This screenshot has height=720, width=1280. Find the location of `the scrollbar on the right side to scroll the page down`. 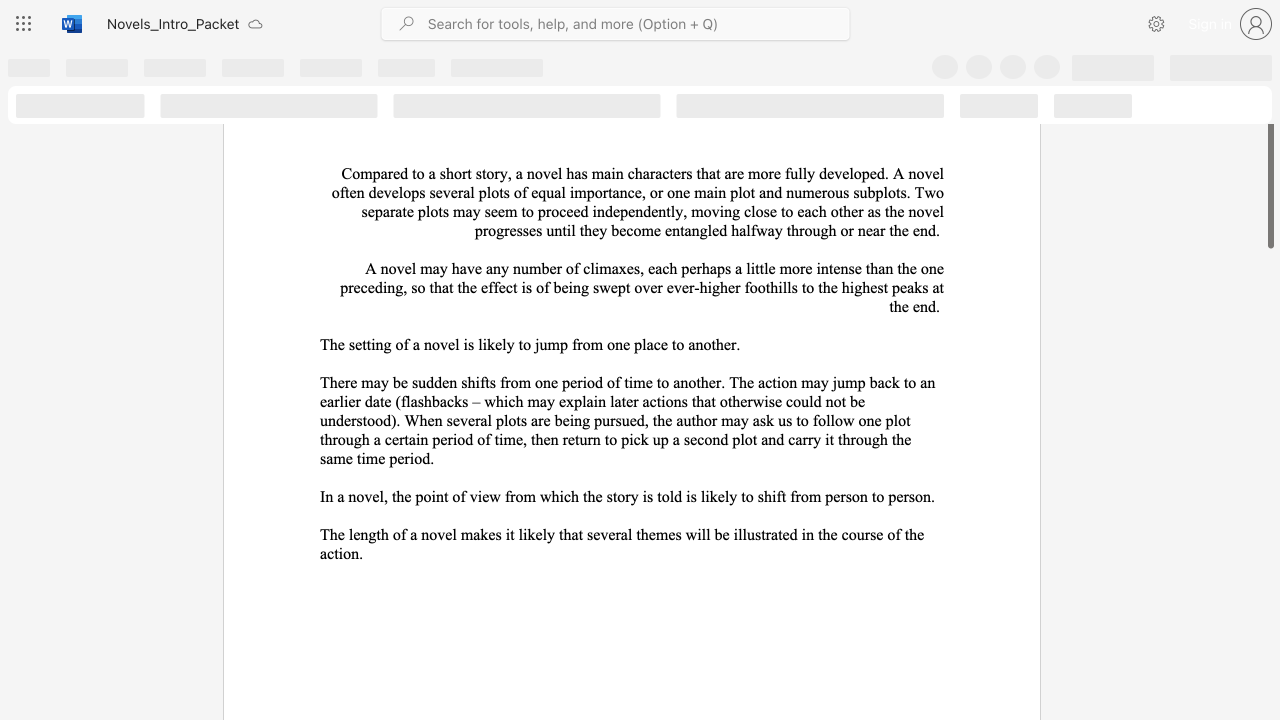

the scrollbar on the right side to scroll the page down is located at coordinates (1269, 290).